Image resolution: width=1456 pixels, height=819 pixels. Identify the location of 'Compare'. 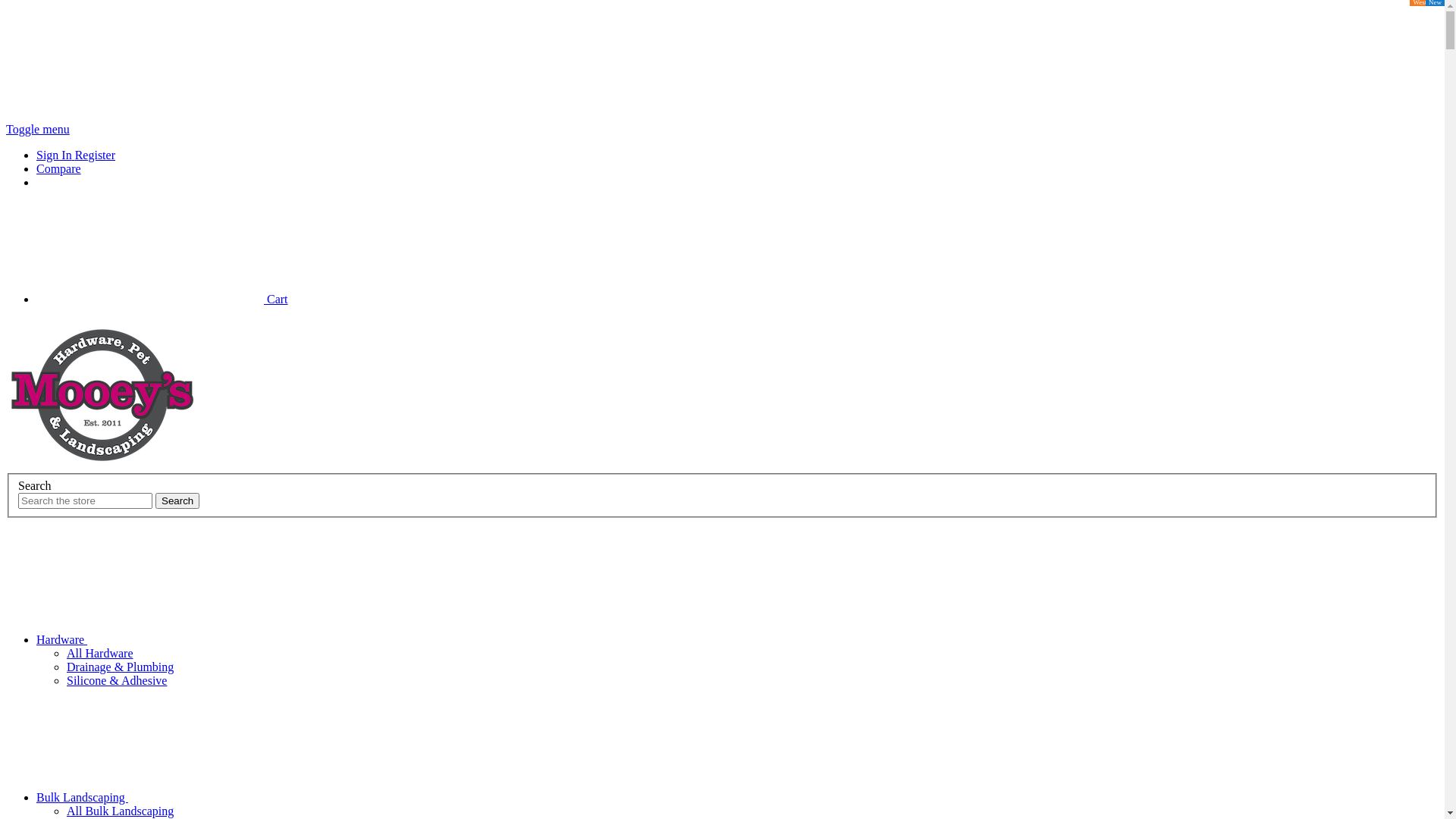
(36, 168).